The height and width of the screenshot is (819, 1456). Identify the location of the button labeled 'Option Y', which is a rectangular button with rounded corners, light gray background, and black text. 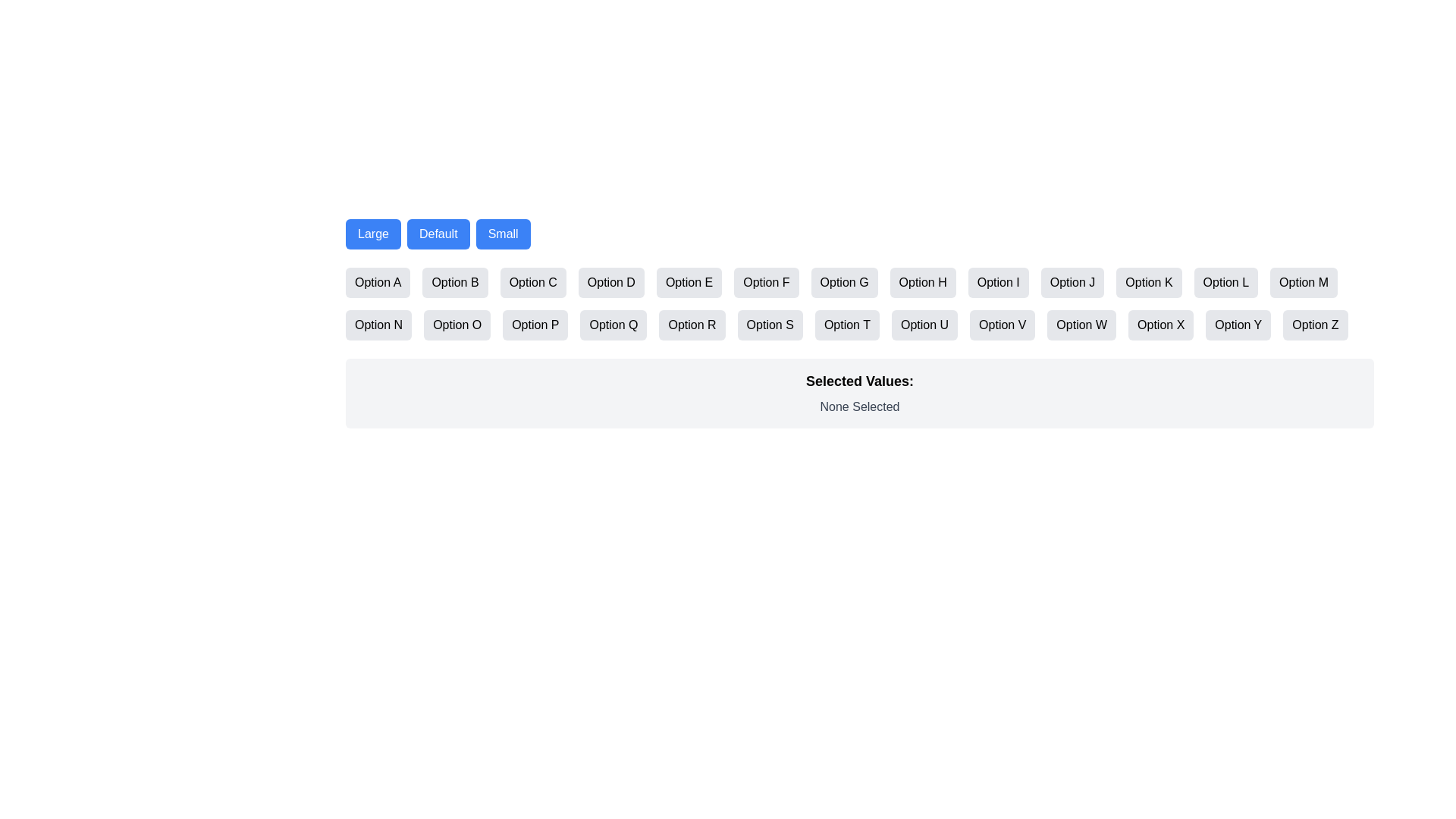
(1238, 324).